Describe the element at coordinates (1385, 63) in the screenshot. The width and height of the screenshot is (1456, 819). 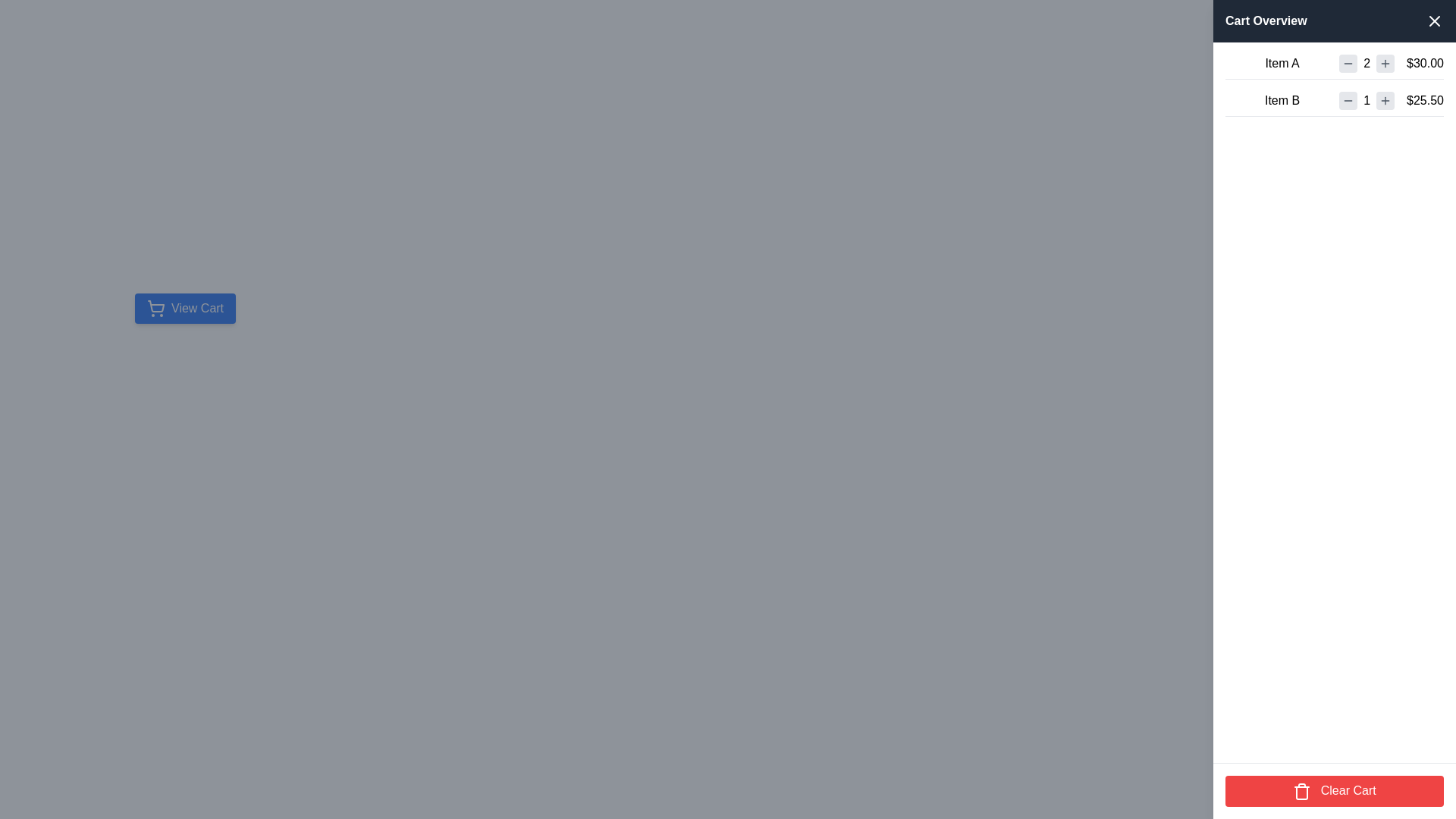
I see `the '+' button that increases the quantity of 'Item A' in the shopping cart` at that location.